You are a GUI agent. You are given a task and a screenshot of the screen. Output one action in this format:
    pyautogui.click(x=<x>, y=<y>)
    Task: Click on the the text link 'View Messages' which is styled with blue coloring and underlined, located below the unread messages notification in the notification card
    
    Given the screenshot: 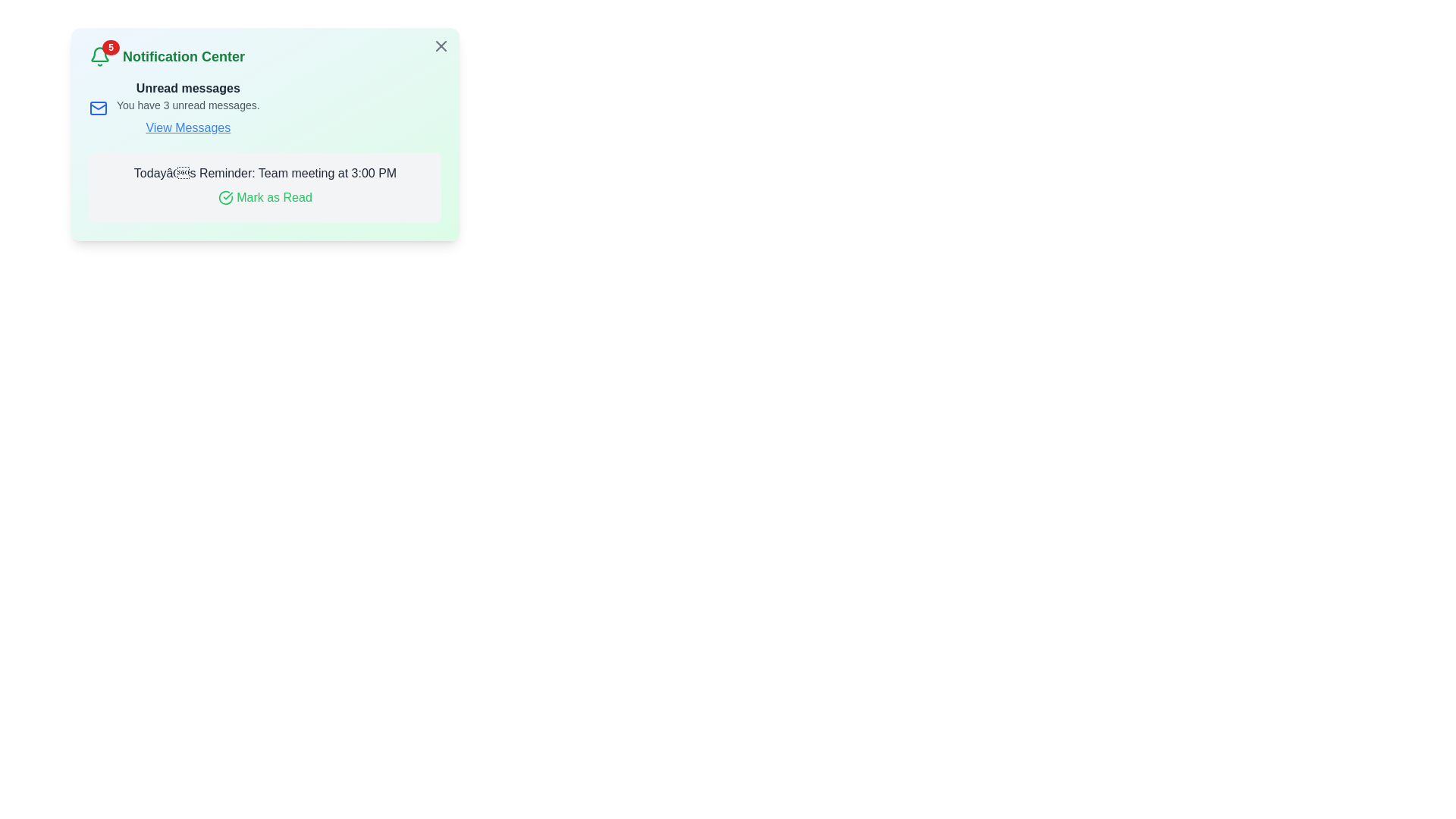 What is the action you would take?
    pyautogui.click(x=187, y=127)
    